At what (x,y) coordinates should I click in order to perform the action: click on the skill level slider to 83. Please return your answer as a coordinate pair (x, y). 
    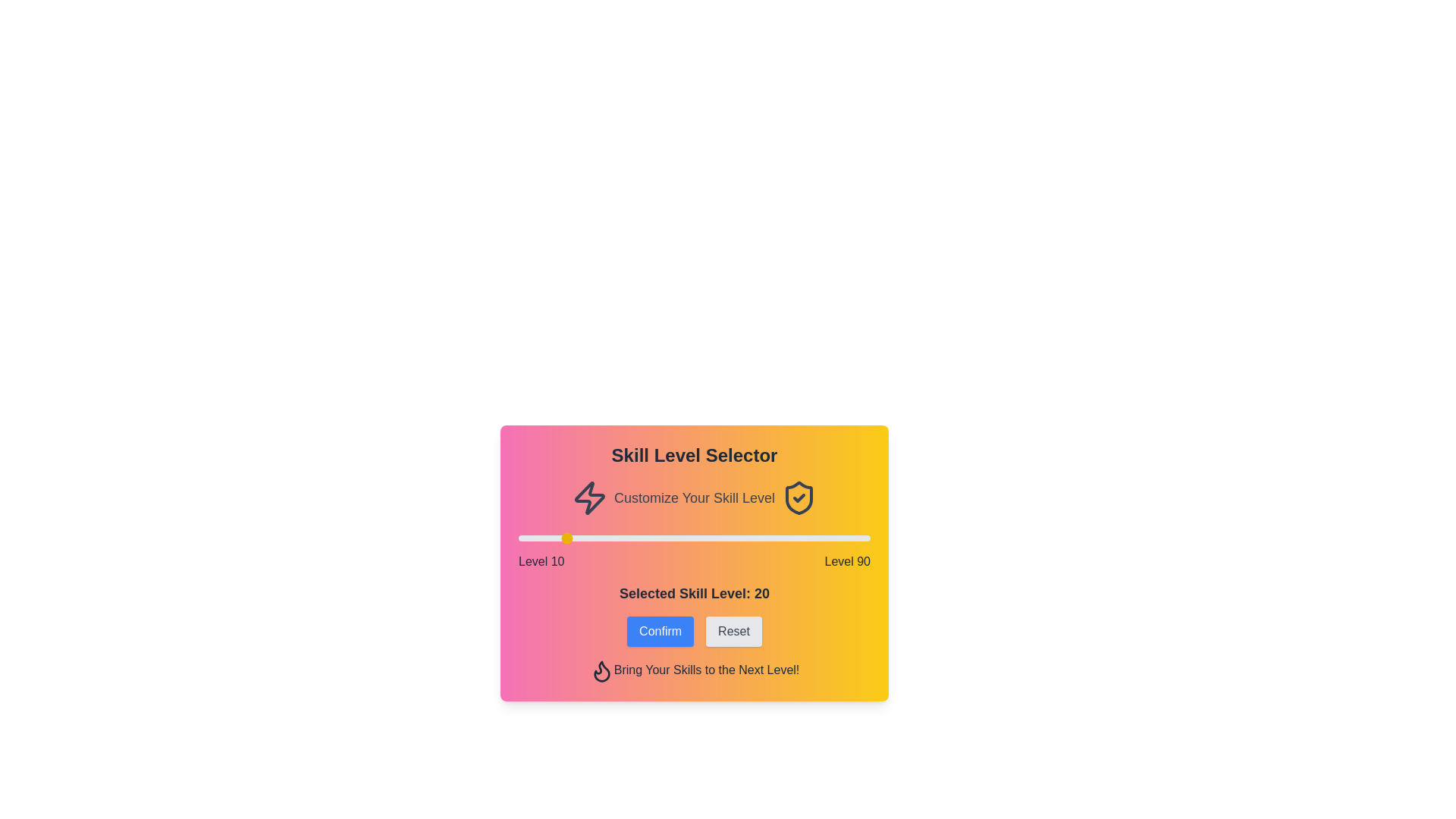
    Looking at the image, I should click on (839, 537).